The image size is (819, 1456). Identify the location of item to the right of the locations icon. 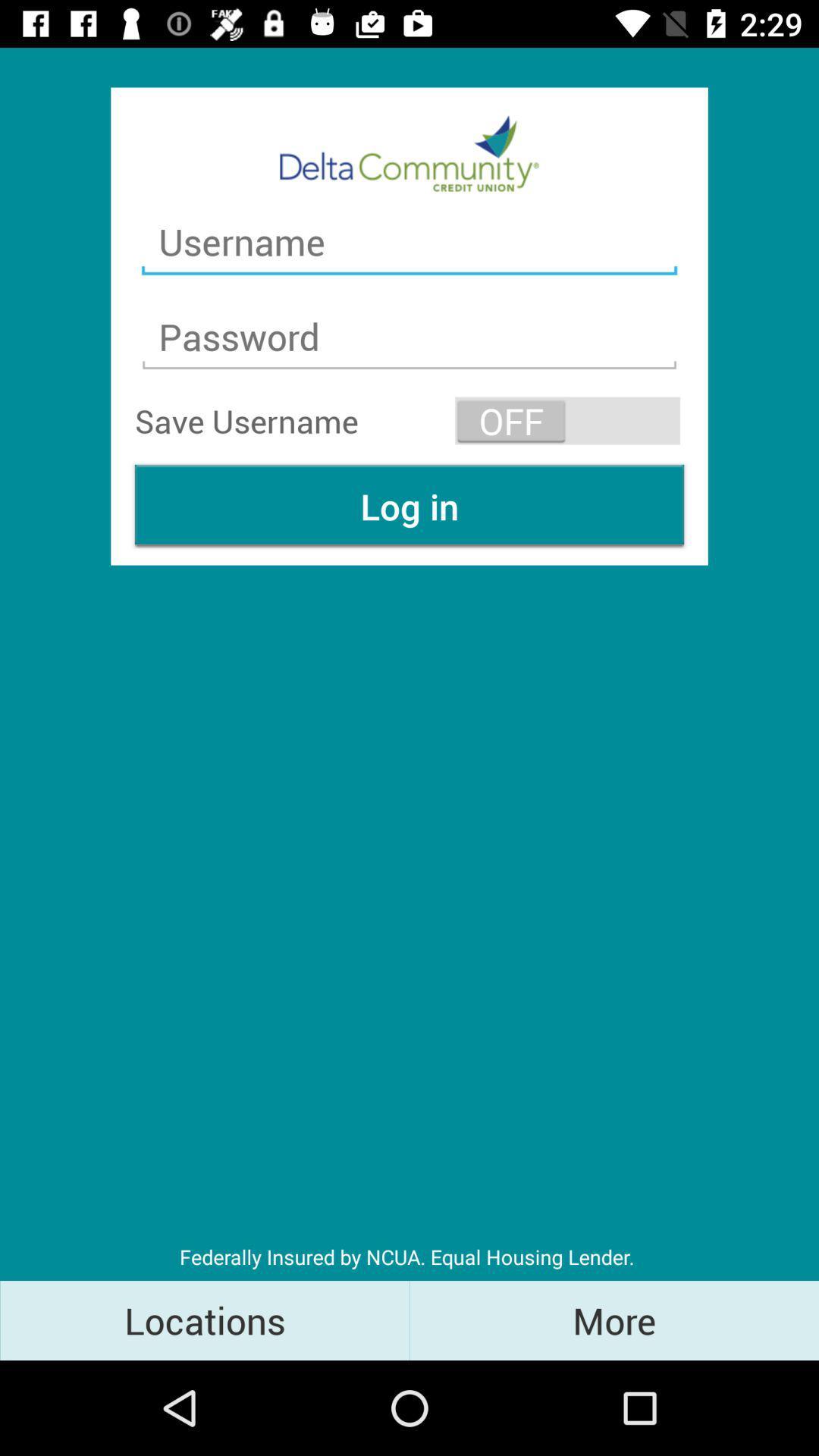
(614, 1319).